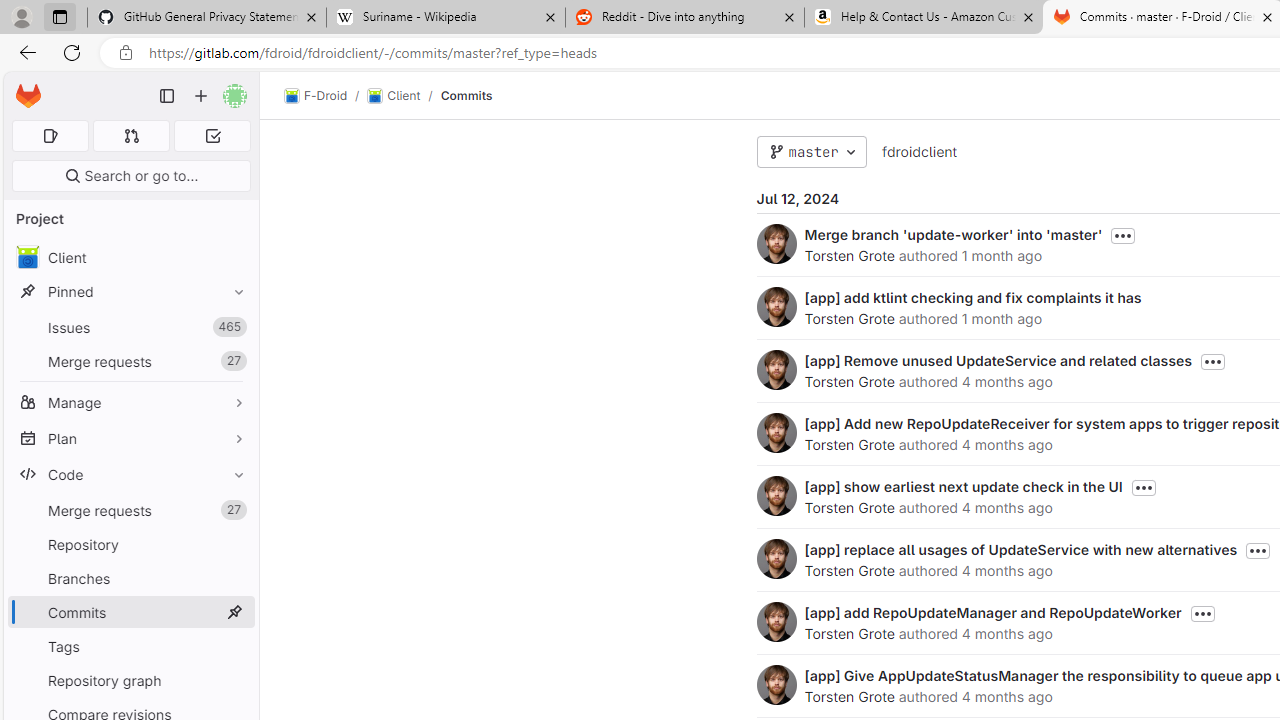  What do you see at coordinates (234, 611) in the screenshot?
I see `'Pin Commits'` at bounding box center [234, 611].